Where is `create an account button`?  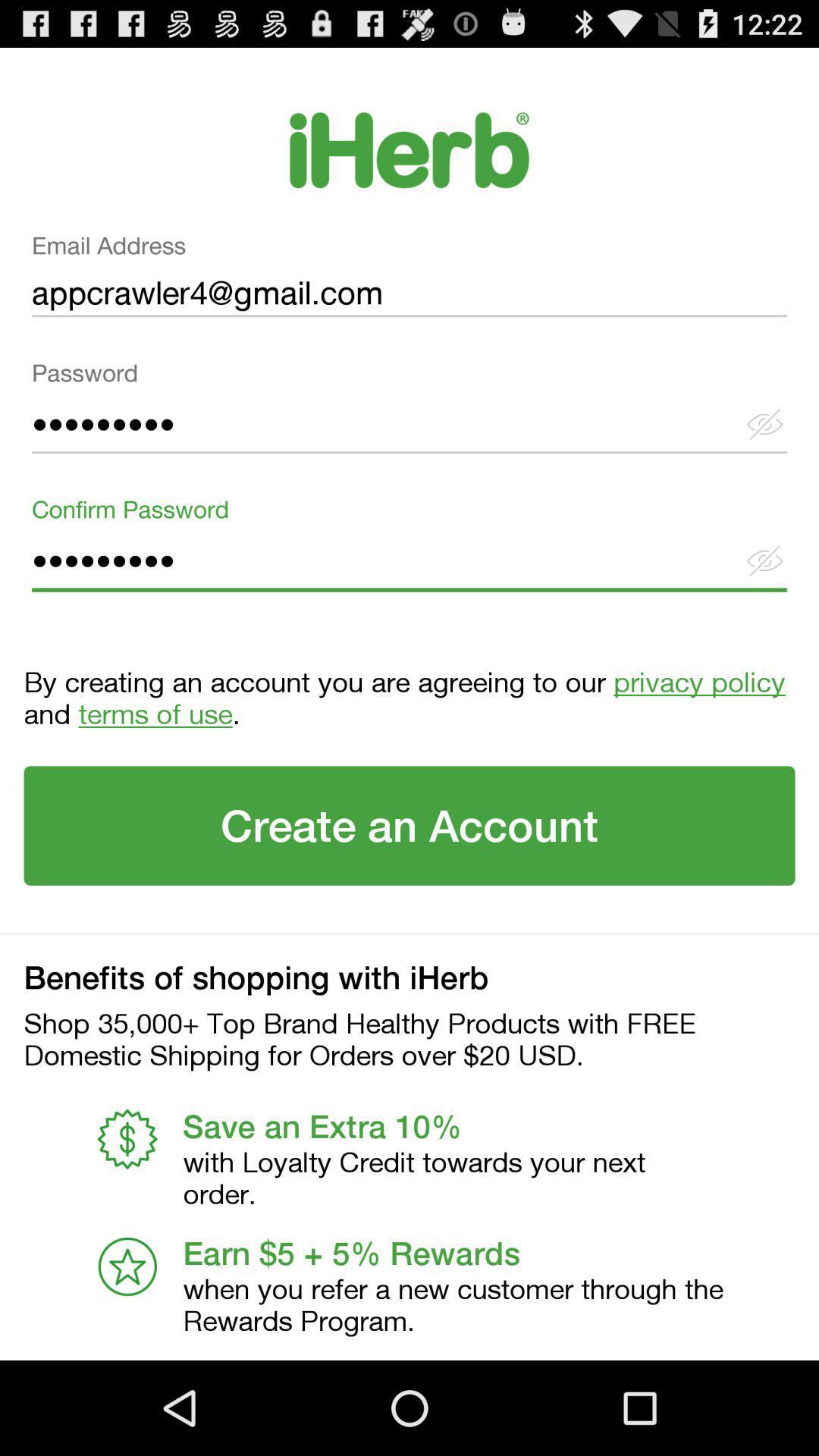 create an account button is located at coordinates (409, 825).